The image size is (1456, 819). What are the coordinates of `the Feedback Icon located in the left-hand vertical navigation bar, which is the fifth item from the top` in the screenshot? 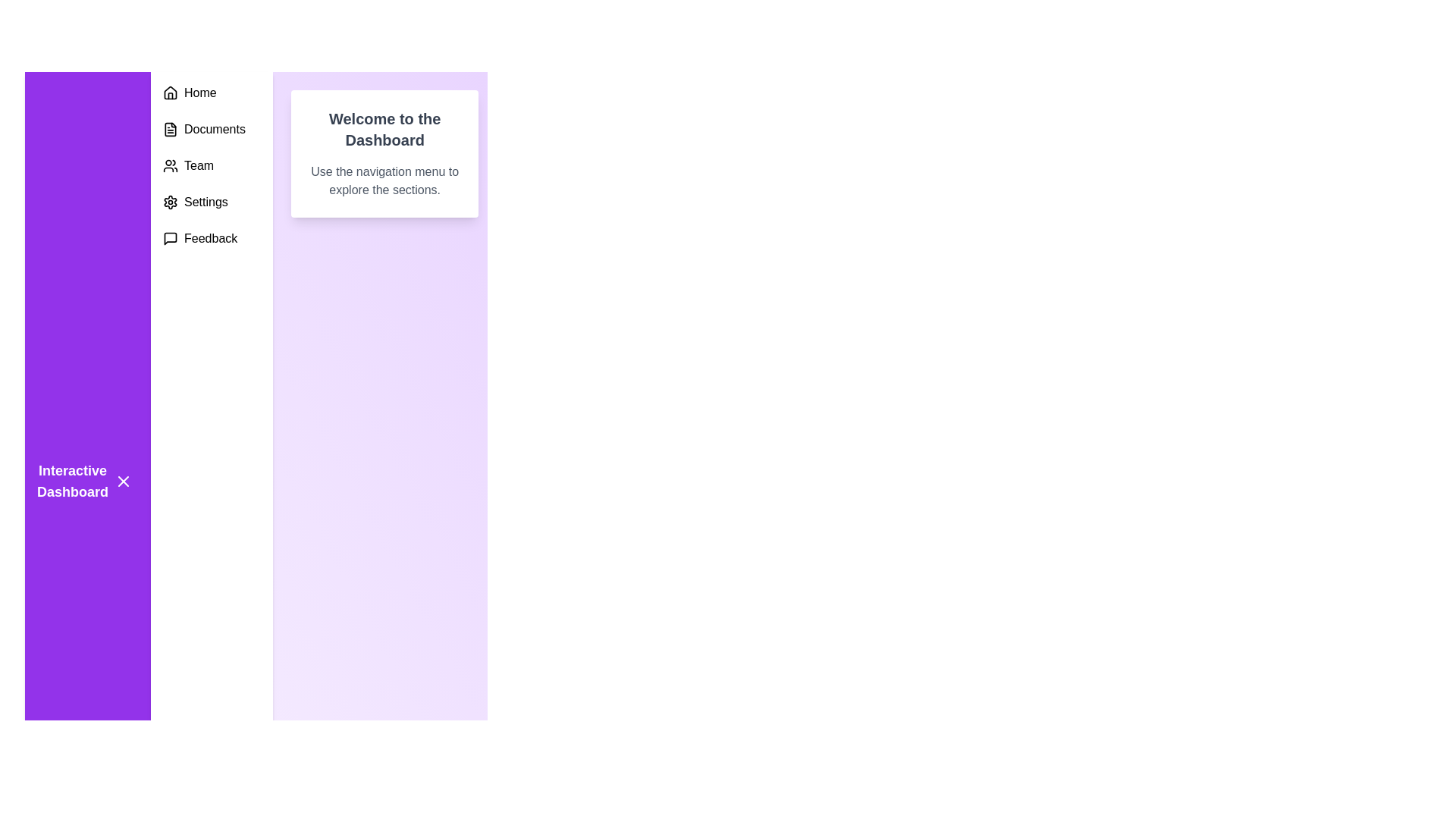 It's located at (171, 239).